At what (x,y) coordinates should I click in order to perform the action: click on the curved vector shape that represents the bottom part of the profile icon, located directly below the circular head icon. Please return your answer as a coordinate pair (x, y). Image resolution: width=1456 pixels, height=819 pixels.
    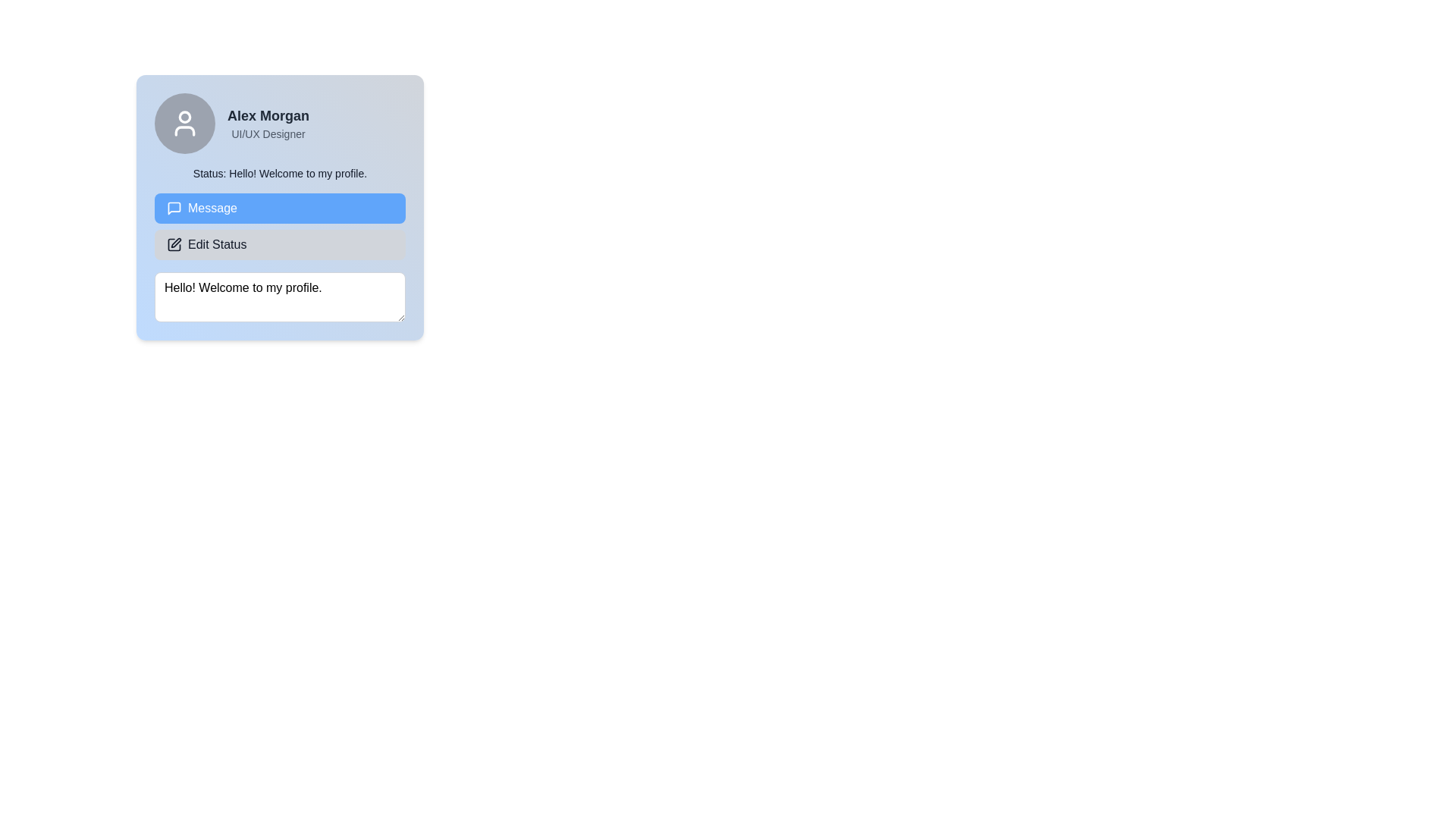
    Looking at the image, I should click on (184, 130).